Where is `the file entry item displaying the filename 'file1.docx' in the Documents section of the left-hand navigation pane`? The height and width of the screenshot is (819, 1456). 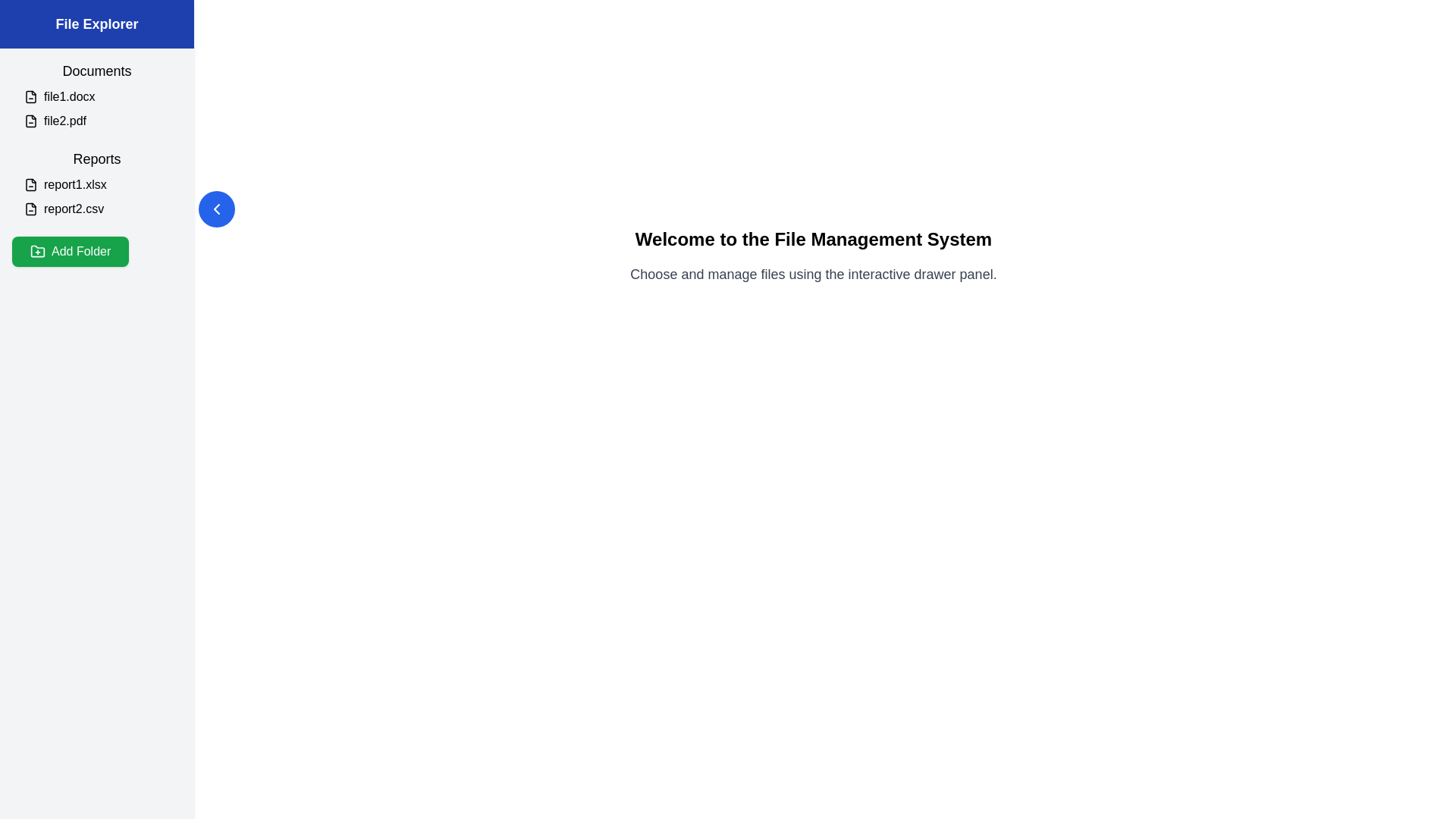
the file entry item displaying the filename 'file1.docx' in the Documents section of the left-hand navigation pane is located at coordinates (102, 96).